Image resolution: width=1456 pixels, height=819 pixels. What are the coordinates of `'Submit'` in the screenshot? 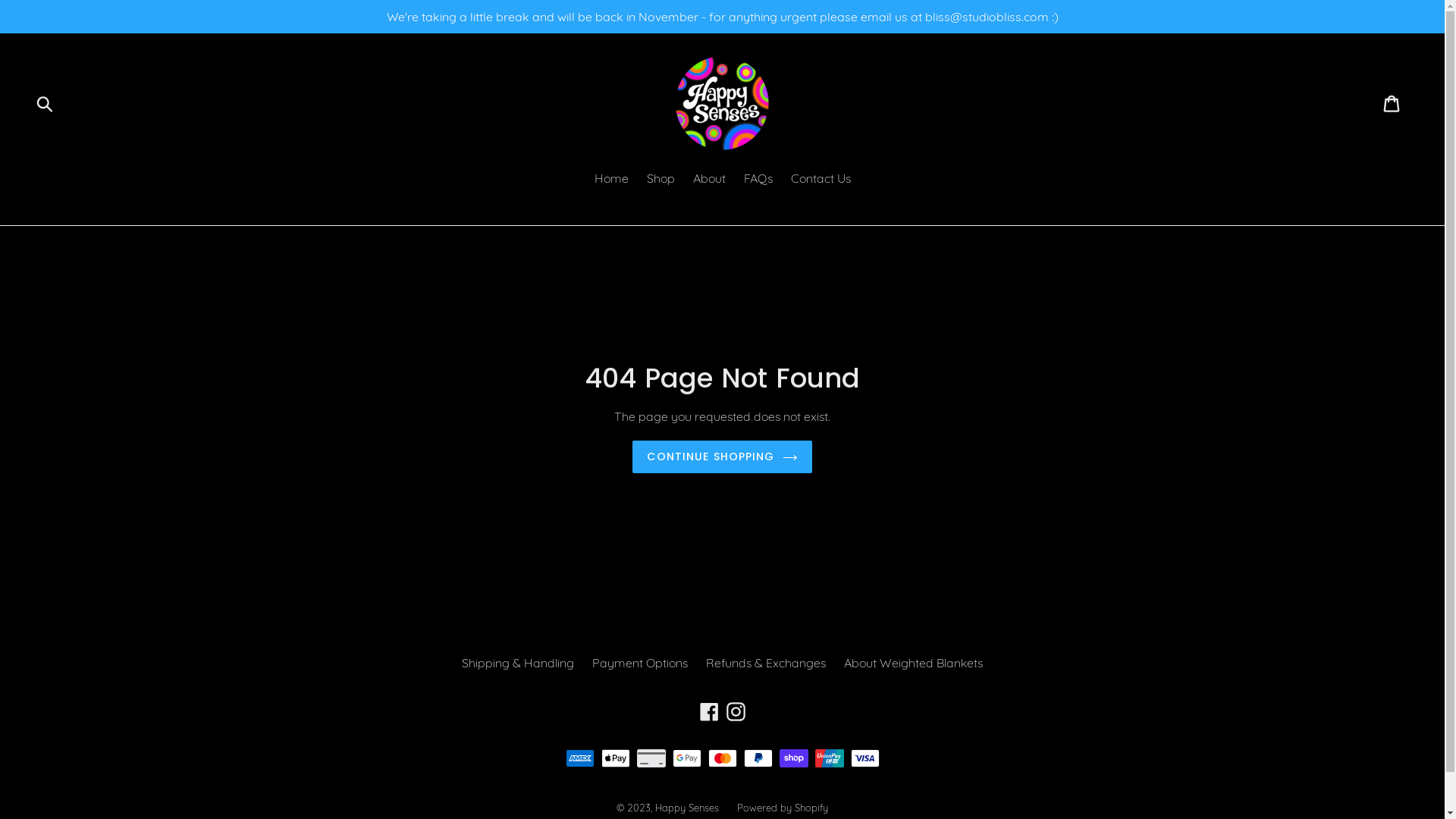 It's located at (45, 102).